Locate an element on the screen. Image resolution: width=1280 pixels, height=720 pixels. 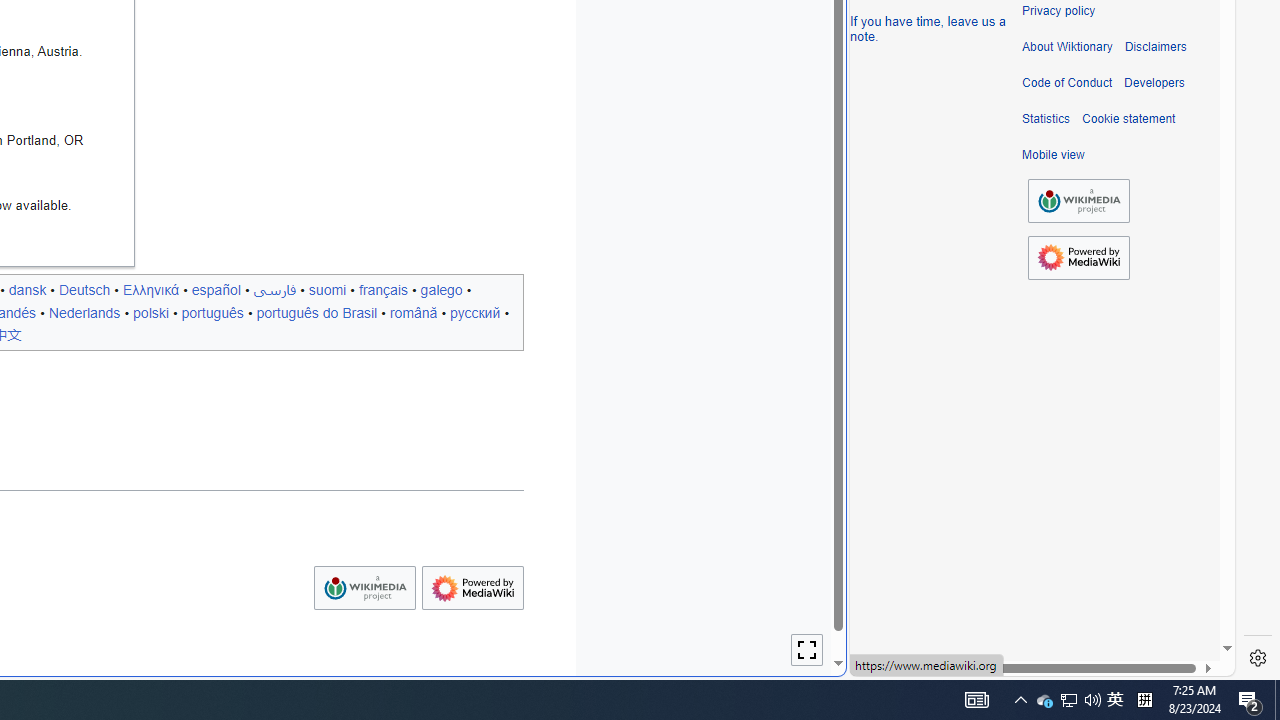
'Wikimedia Foundation' is located at coordinates (1078, 201).